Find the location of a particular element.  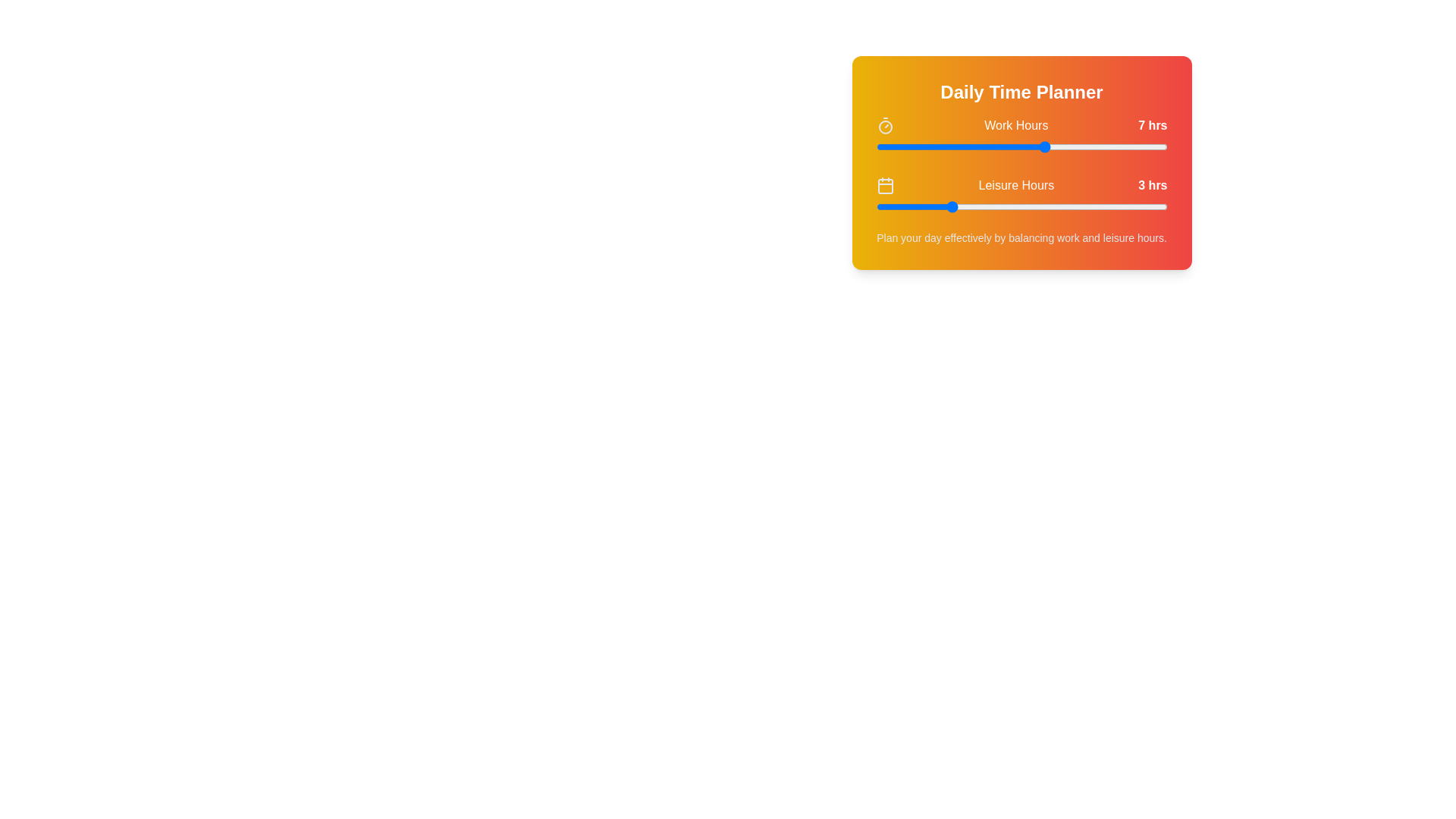

work hours is located at coordinates (1119, 146).